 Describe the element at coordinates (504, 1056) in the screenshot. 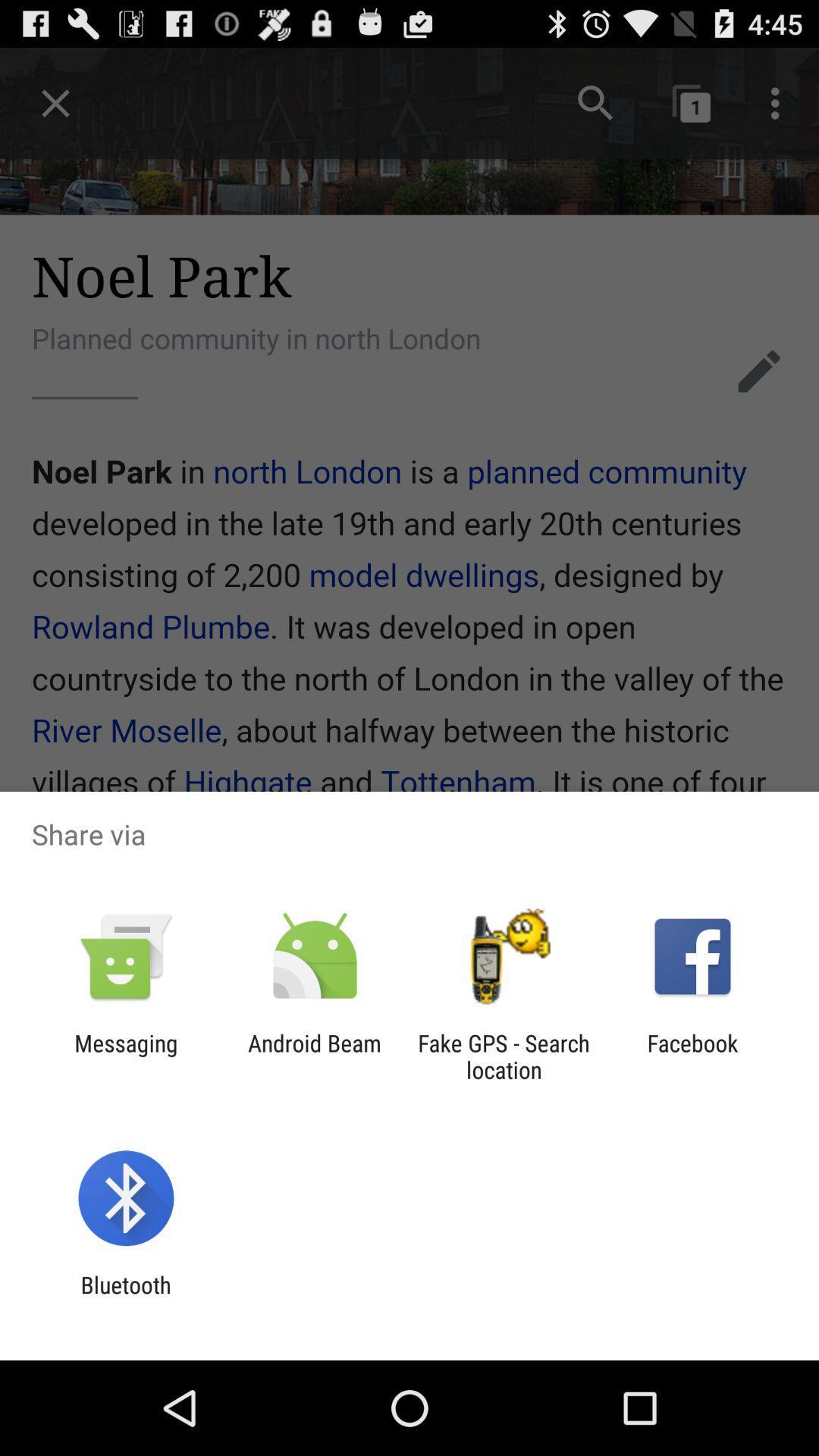

I see `the fake gps search item` at that location.